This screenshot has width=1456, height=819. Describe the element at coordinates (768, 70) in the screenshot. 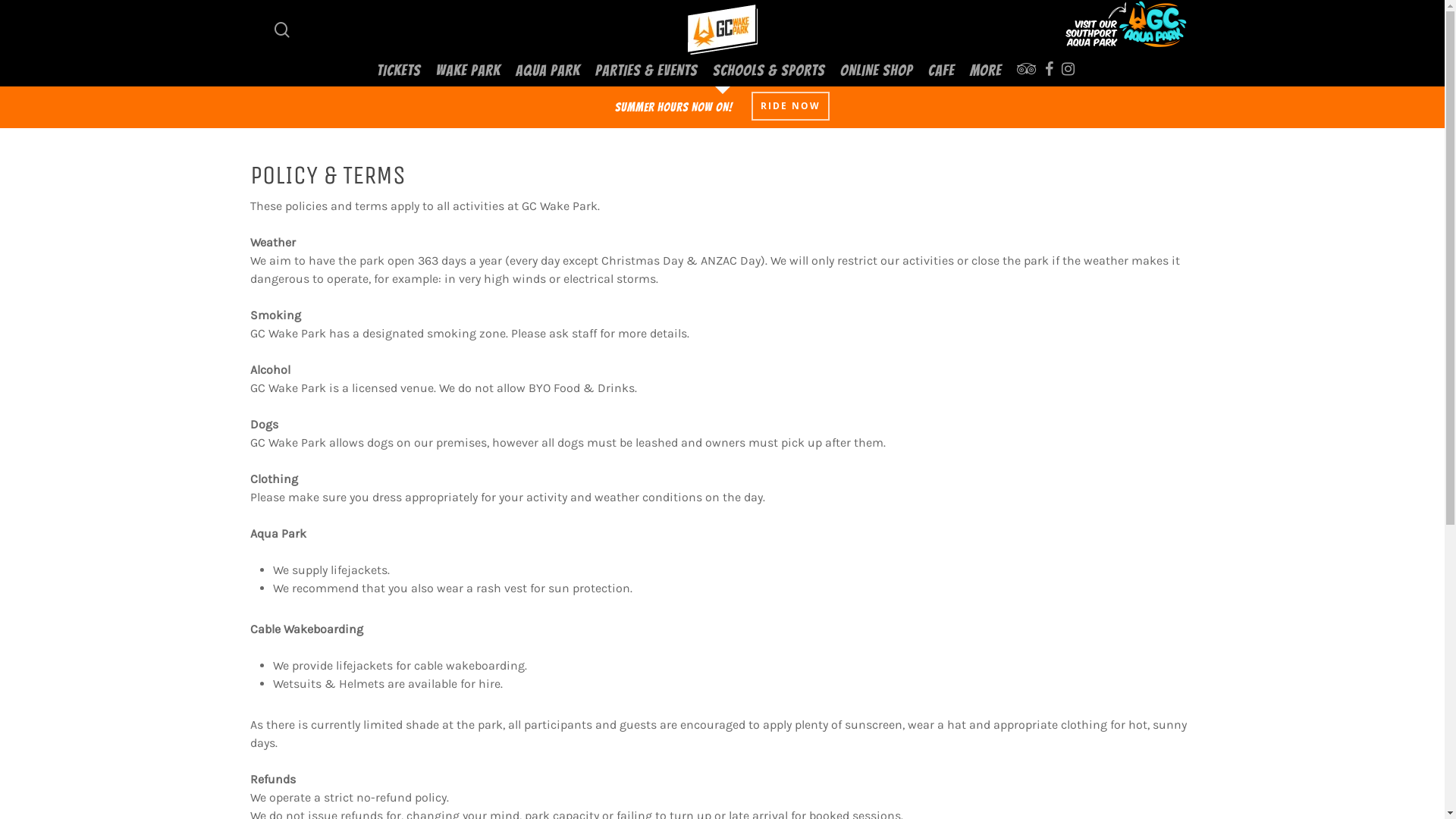

I see `'SCHOOLS & SPORTS'` at that location.